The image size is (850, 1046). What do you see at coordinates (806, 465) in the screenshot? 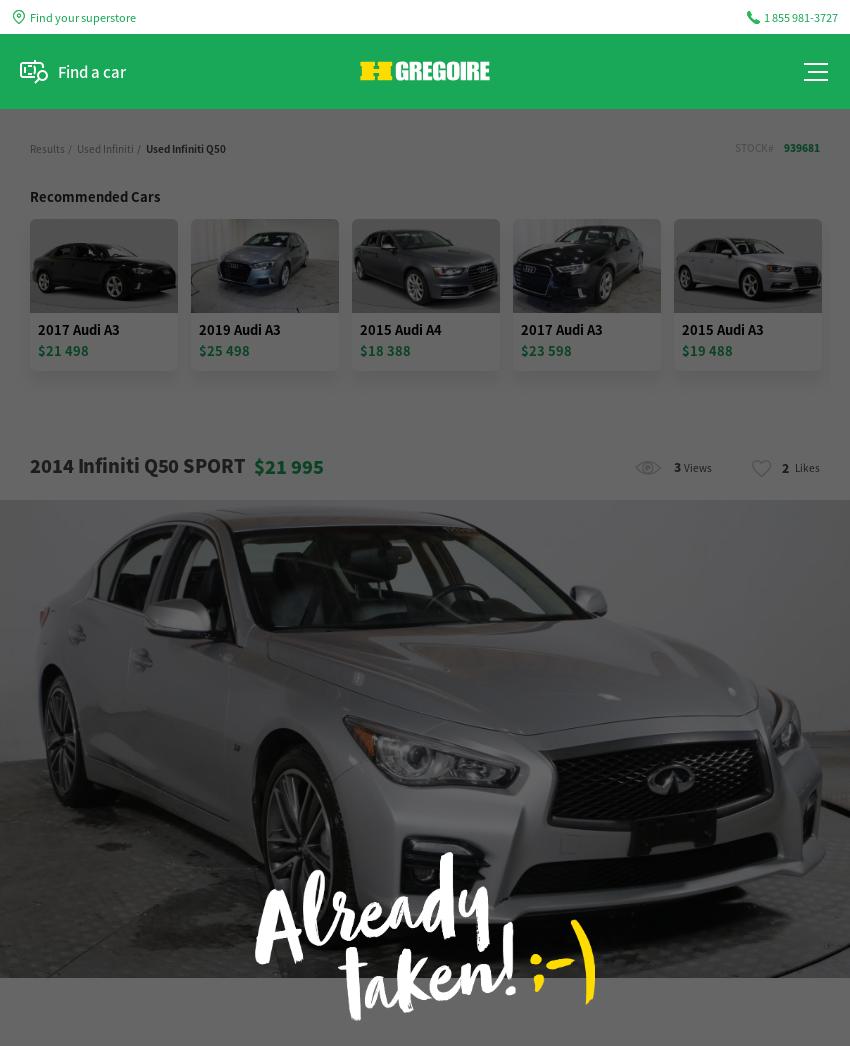
I see `'Likes'` at bounding box center [806, 465].